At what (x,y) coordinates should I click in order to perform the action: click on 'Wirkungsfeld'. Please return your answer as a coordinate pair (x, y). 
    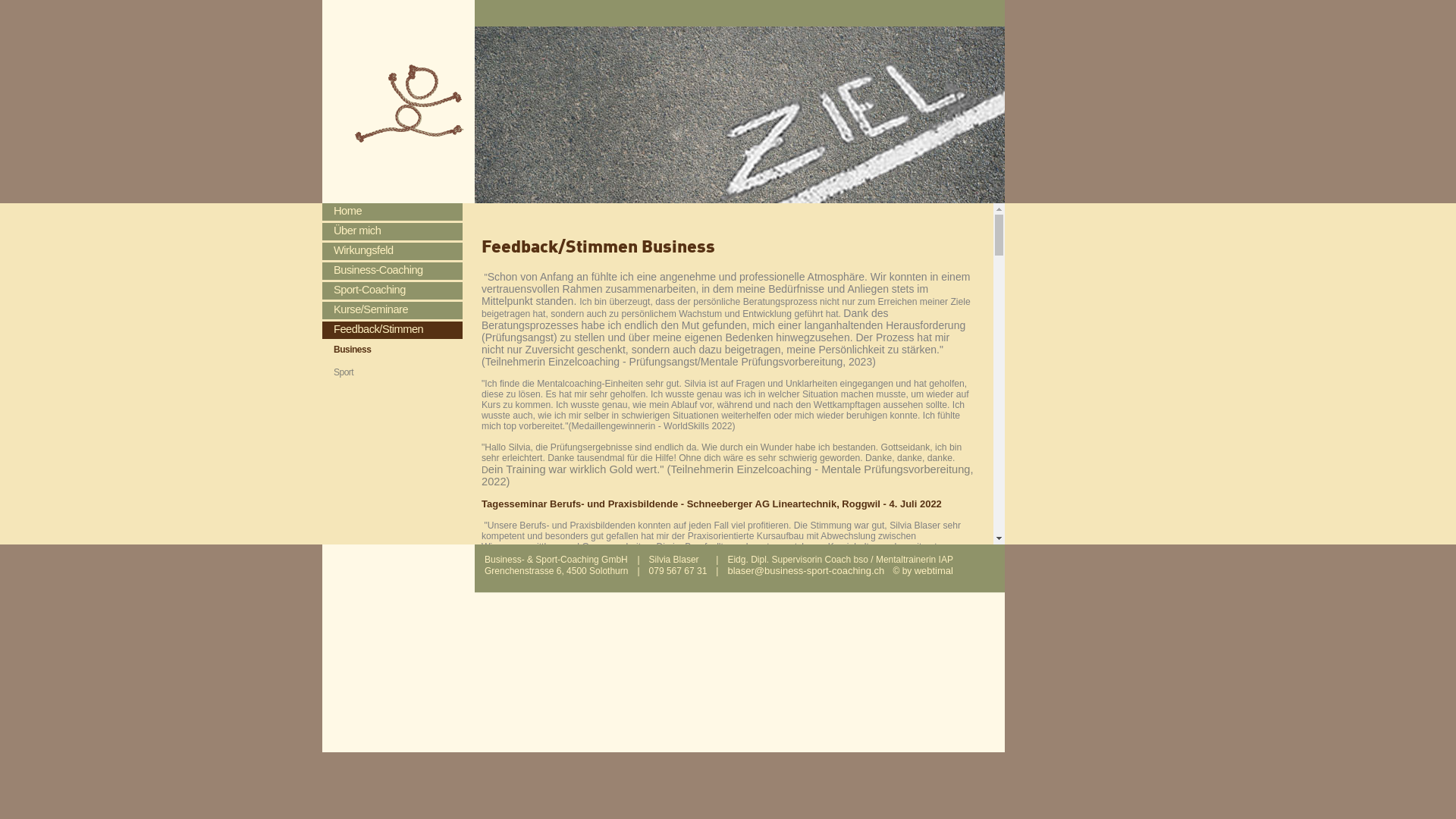
    Looking at the image, I should click on (392, 250).